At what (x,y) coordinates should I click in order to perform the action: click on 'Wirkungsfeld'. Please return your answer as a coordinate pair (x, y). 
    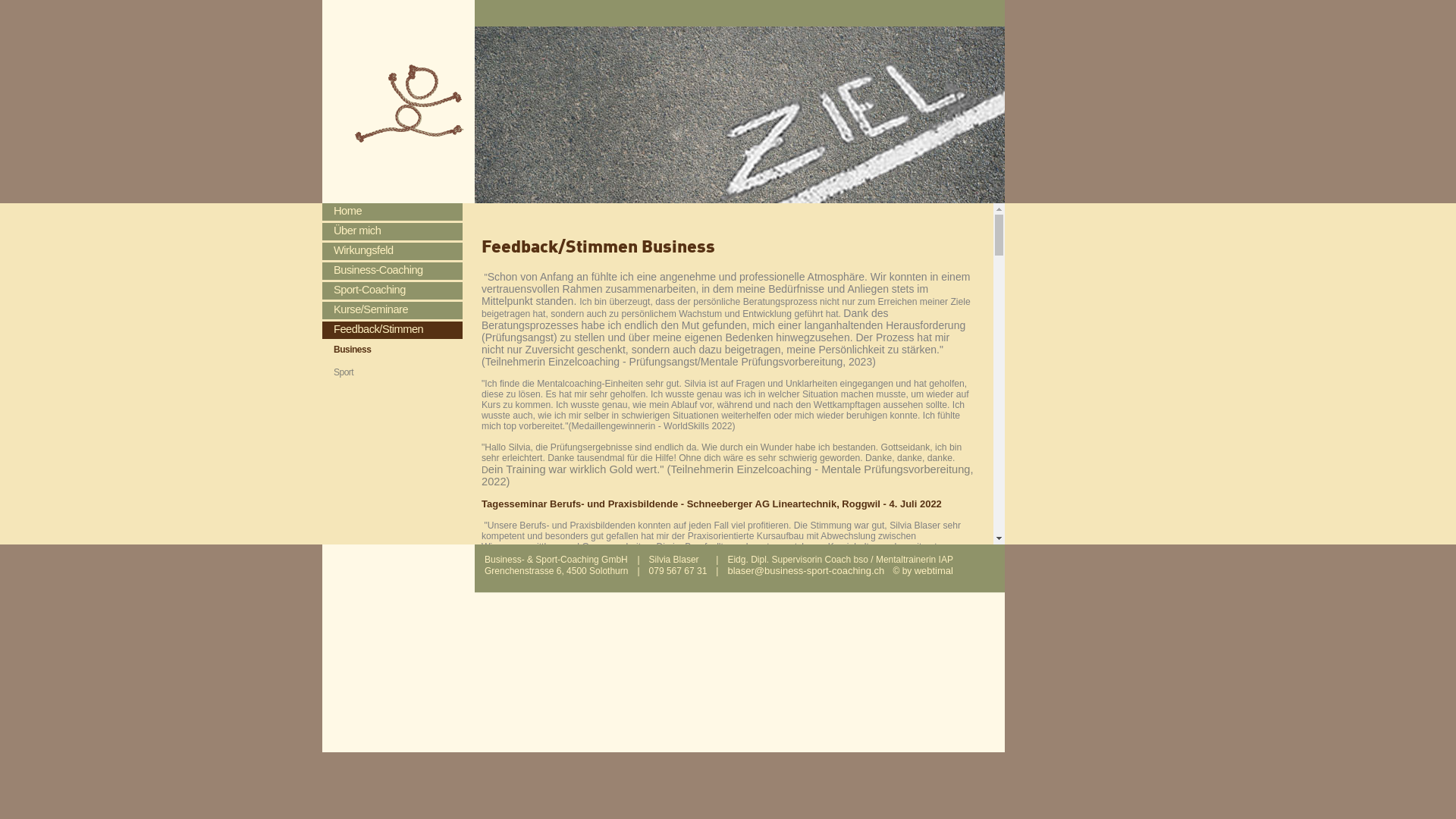
    Looking at the image, I should click on (392, 250).